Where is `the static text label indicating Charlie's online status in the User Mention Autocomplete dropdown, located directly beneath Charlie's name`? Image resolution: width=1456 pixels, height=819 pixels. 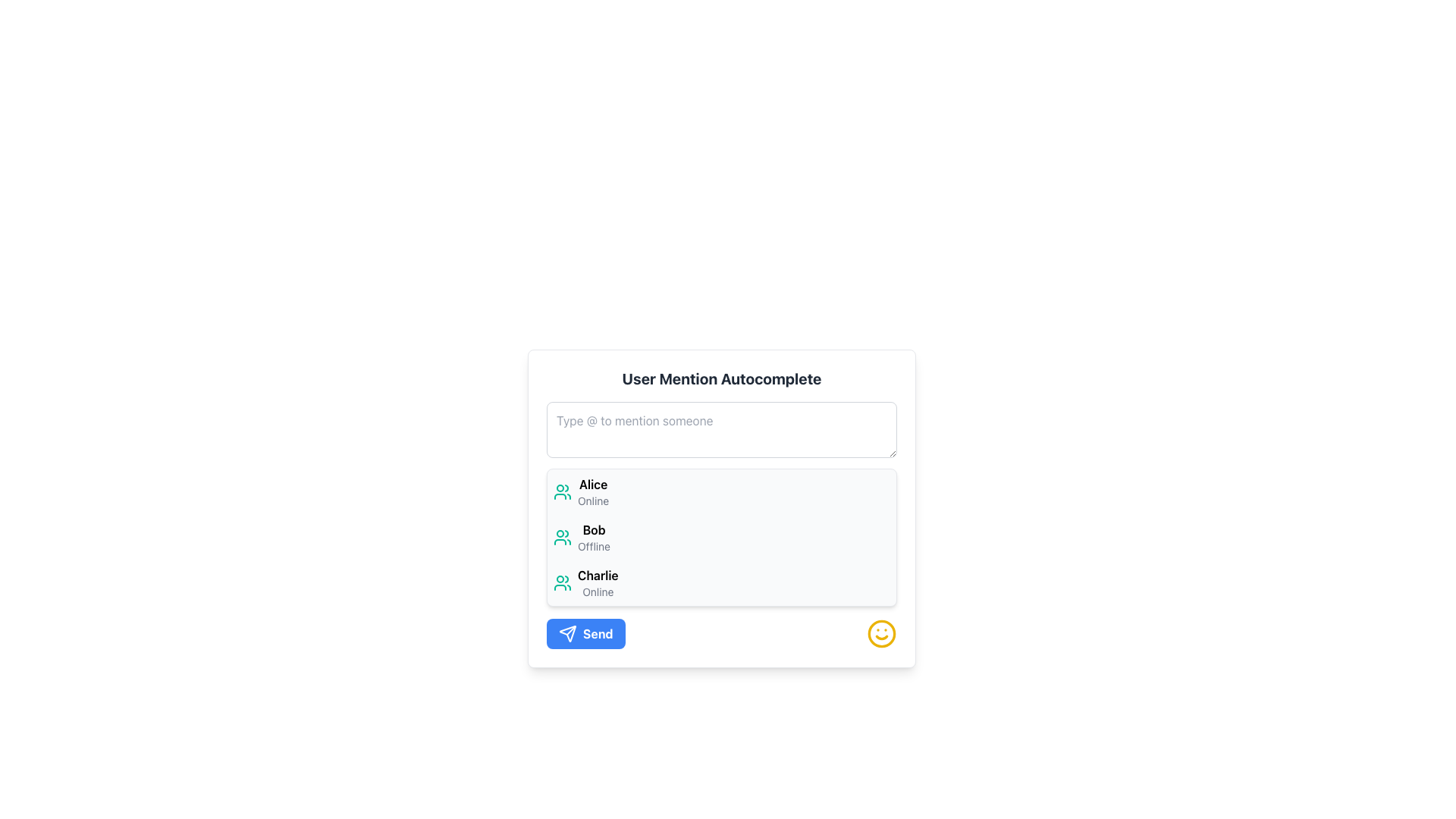
the static text label indicating Charlie's online status in the User Mention Autocomplete dropdown, located directly beneath Charlie's name is located at coordinates (597, 591).